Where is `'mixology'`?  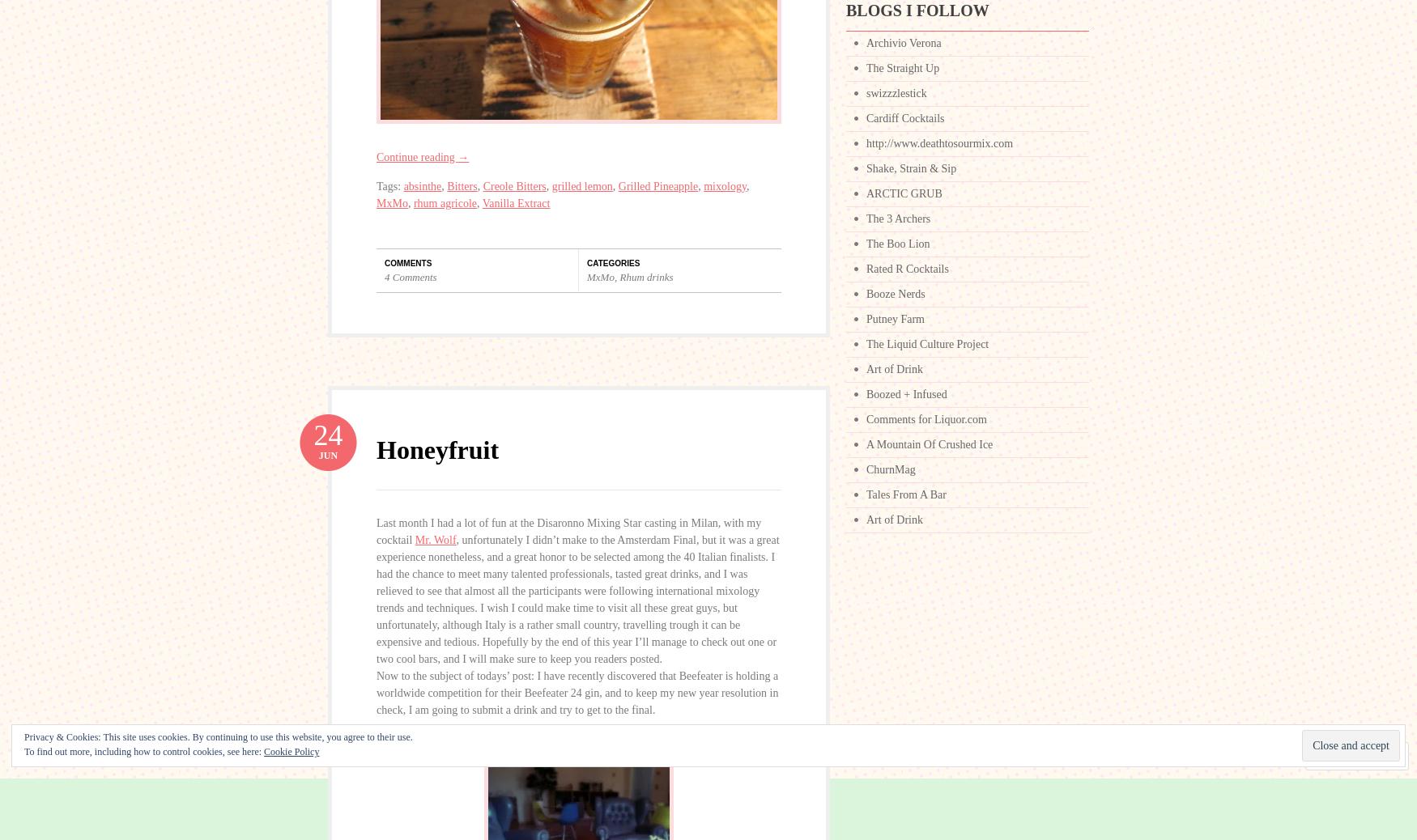
'mixology' is located at coordinates (723, 185).